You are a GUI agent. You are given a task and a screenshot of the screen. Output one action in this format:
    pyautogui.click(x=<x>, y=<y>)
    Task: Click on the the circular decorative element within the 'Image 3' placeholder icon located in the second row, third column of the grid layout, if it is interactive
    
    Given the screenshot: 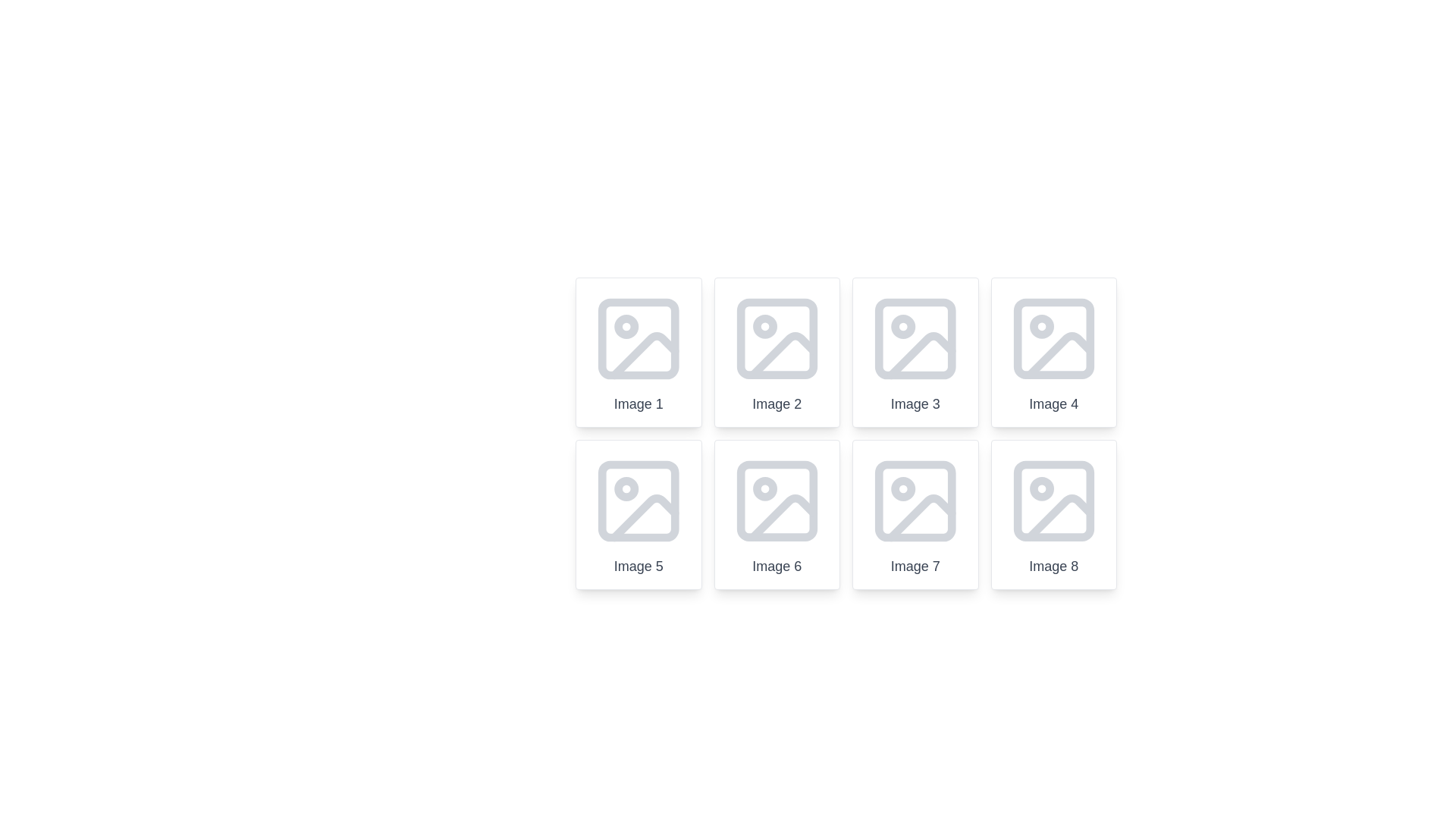 What is the action you would take?
    pyautogui.click(x=903, y=326)
    